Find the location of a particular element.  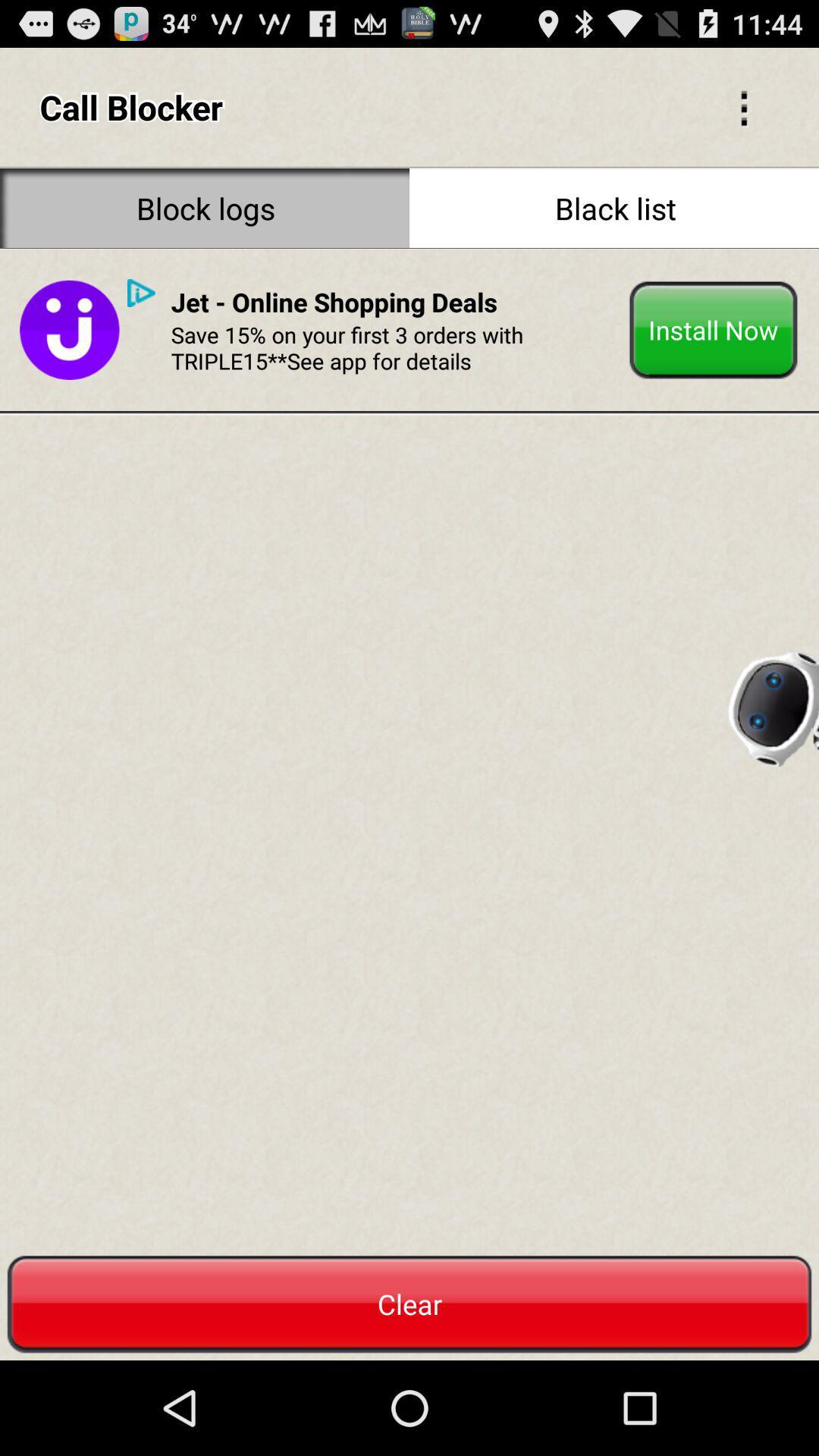

save 15 on icon is located at coordinates (394, 347).